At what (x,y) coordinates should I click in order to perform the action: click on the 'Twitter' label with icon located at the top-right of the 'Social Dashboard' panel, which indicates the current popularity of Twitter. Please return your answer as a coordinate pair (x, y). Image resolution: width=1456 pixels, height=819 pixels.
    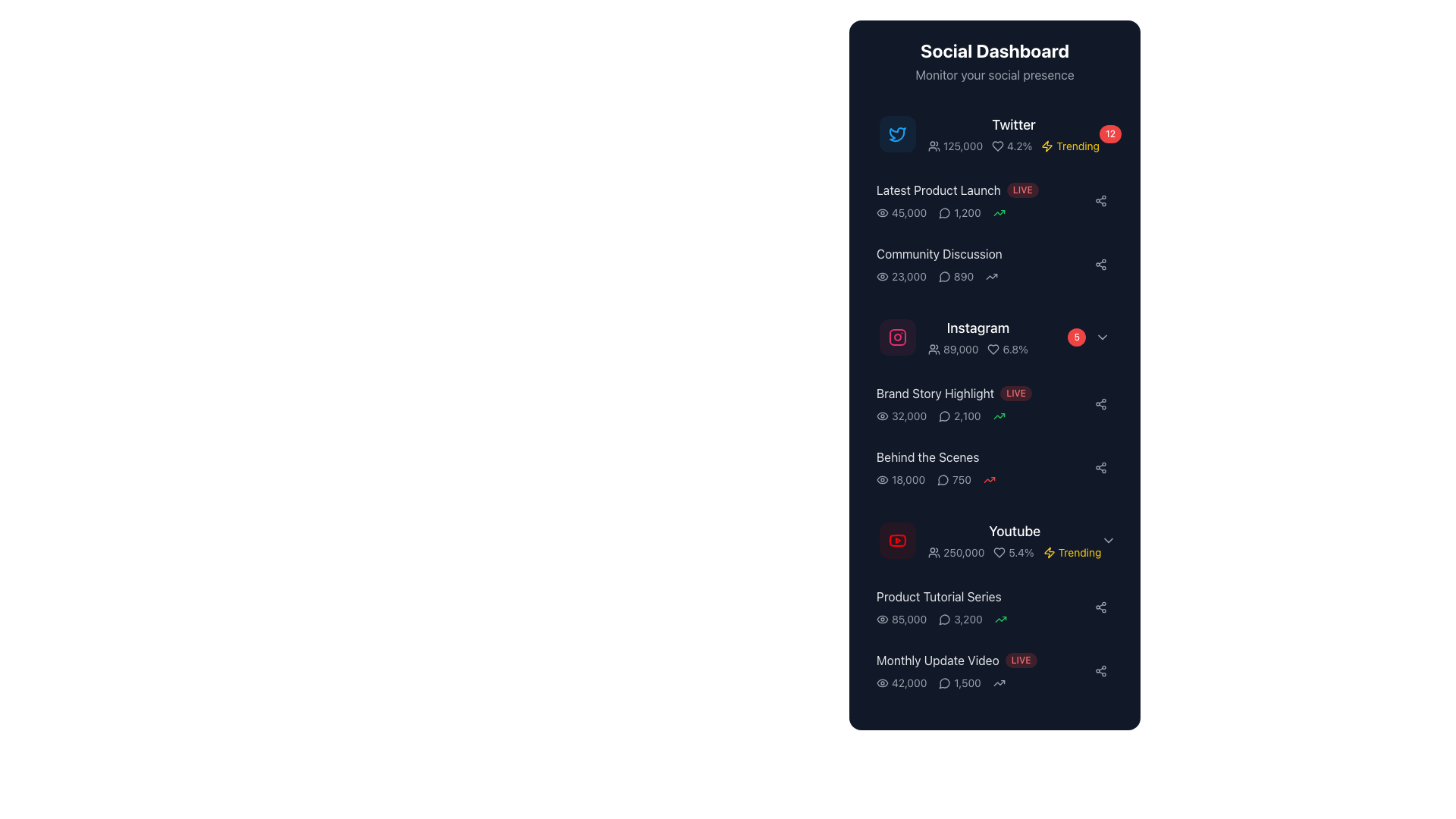
    Looking at the image, I should click on (1069, 146).